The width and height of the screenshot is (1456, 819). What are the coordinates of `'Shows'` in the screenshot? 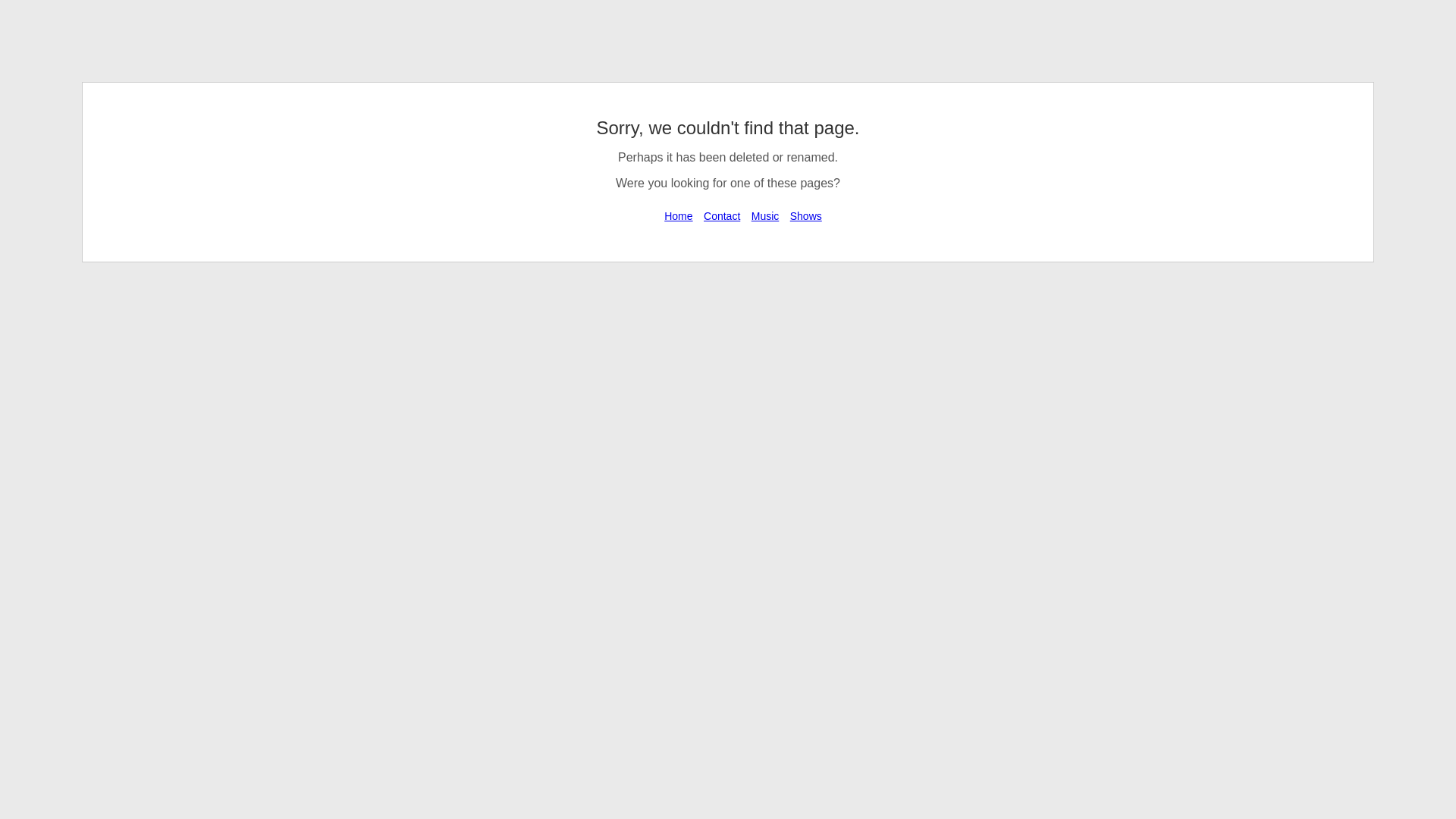 It's located at (805, 216).